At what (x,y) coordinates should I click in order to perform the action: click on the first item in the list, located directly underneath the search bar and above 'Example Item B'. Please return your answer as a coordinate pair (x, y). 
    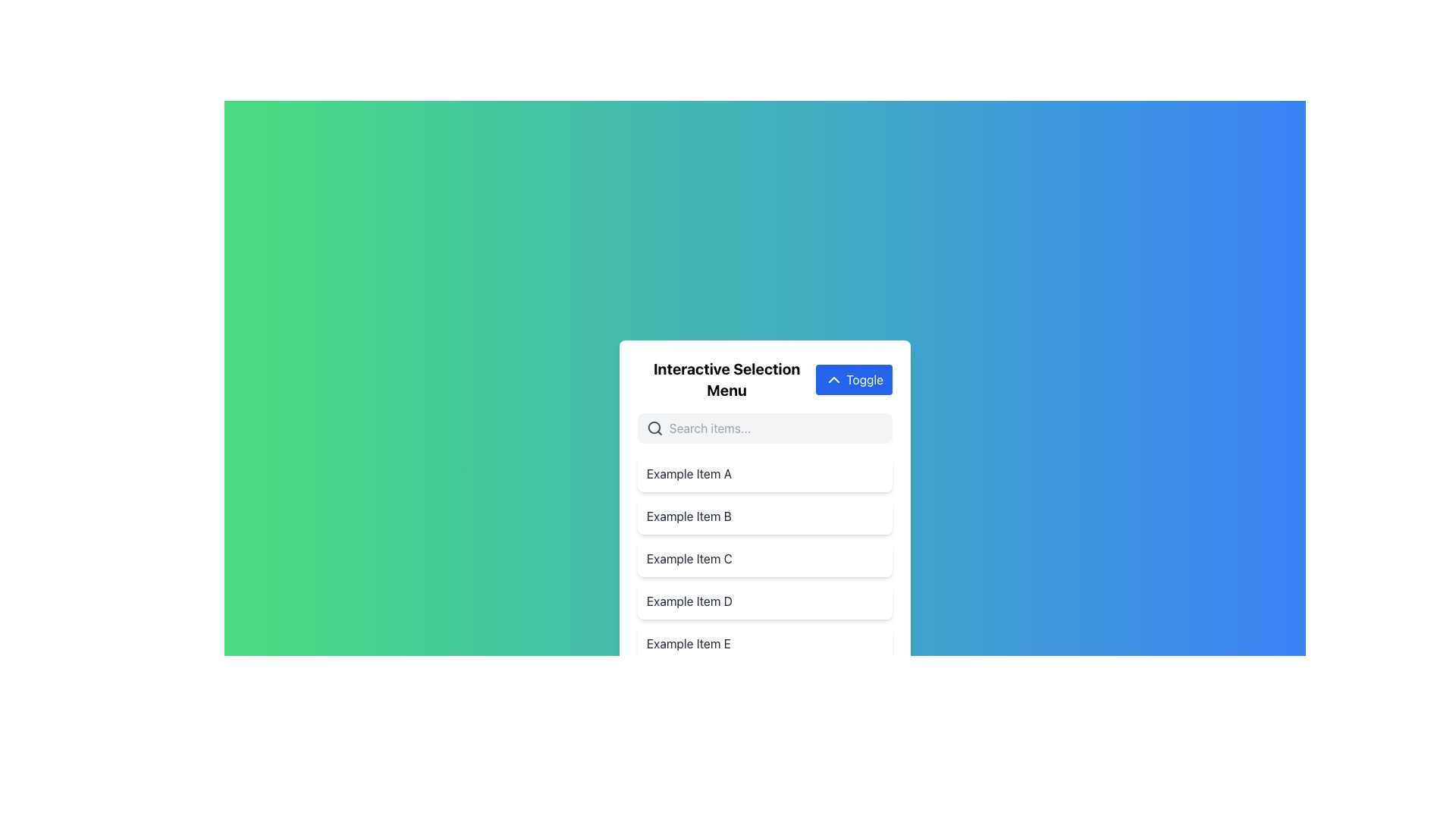
    Looking at the image, I should click on (764, 472).